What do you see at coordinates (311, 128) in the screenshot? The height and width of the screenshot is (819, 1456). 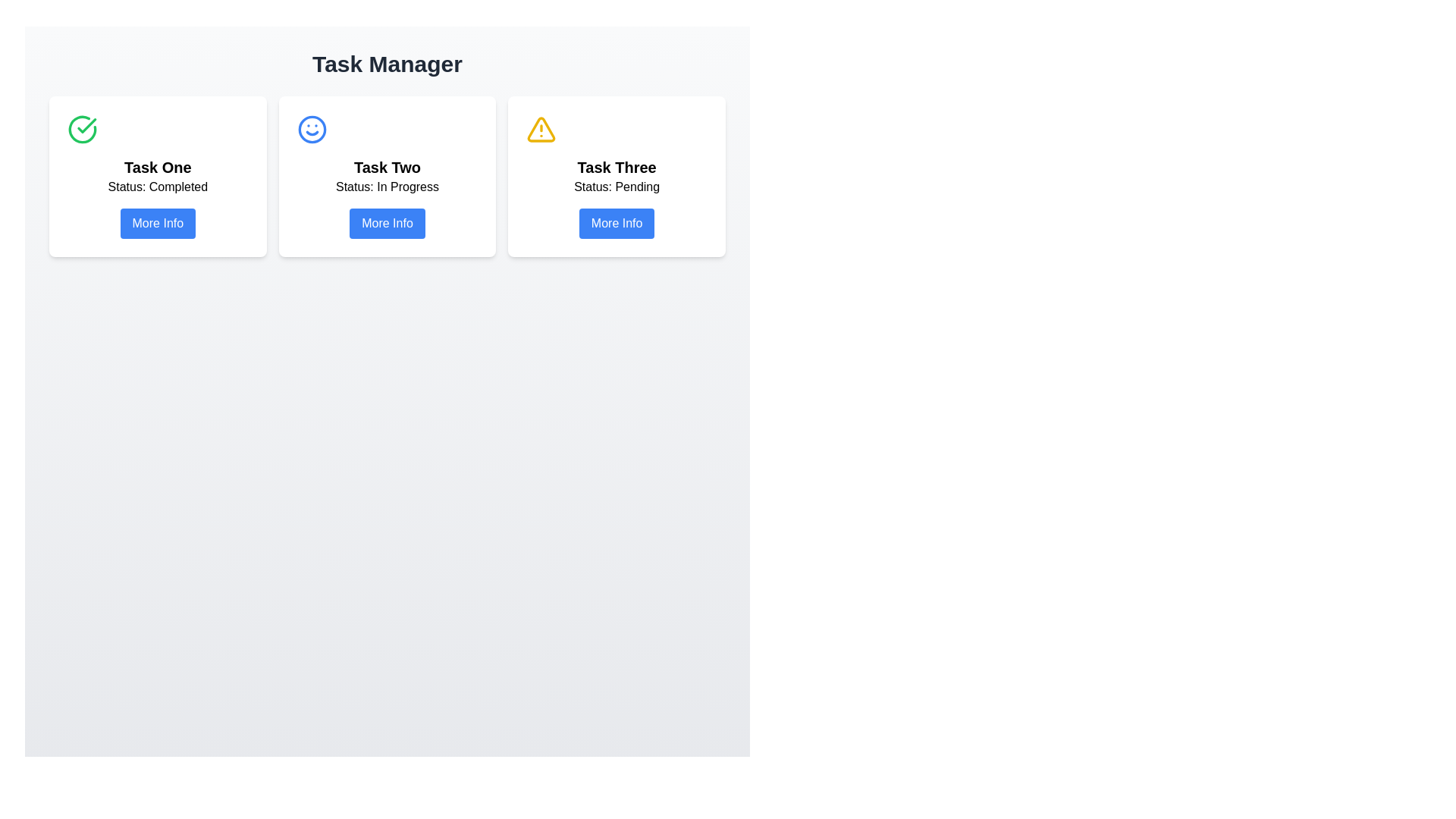 I see `the positivity icon located at the top of the second task card, which indicates progress and is positioned above the text 'Task Two: Status: In Progress'` at bounding box center [311, 128].